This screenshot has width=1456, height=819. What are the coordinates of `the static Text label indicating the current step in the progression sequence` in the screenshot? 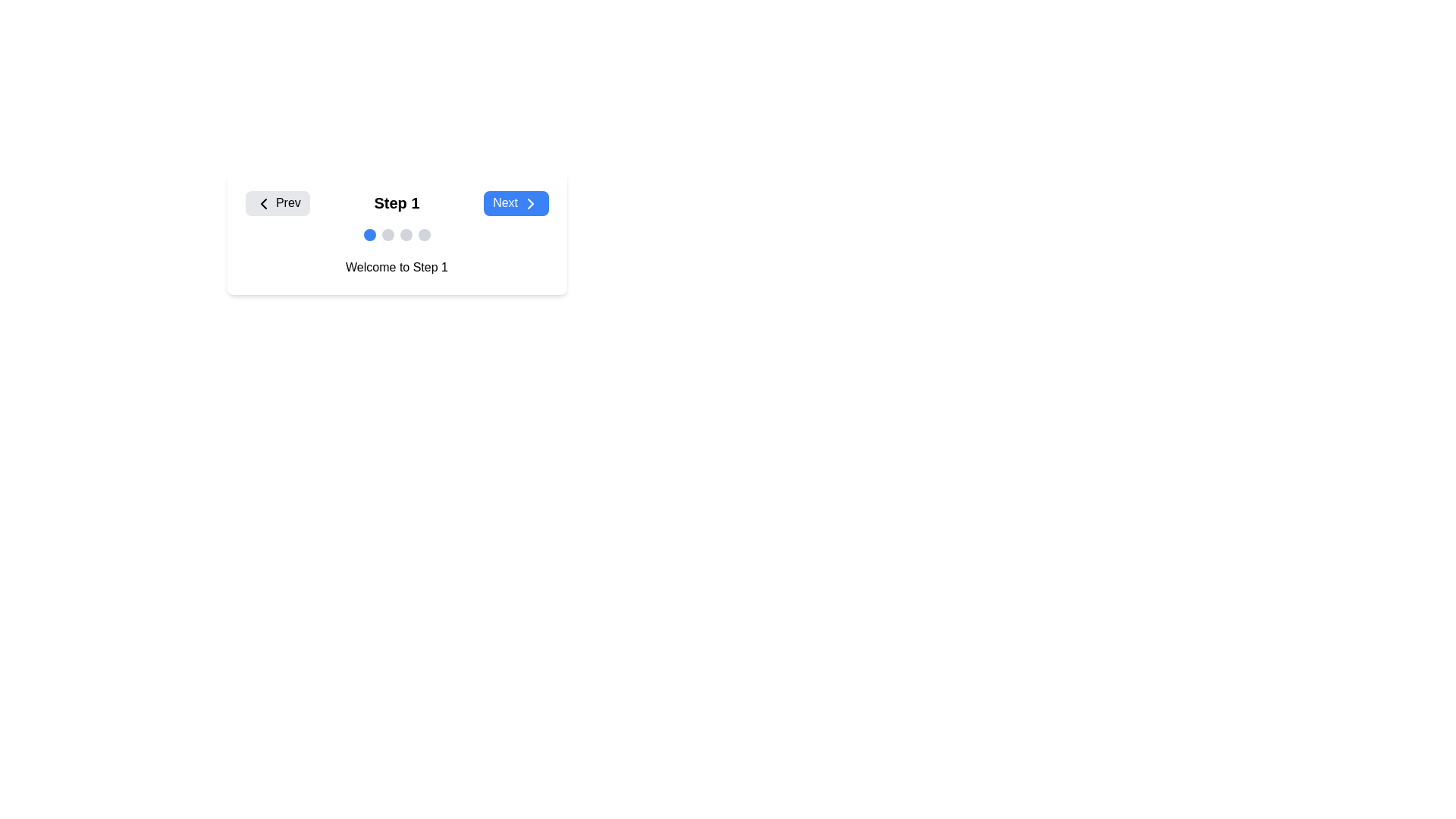 It's located at (397, 202).